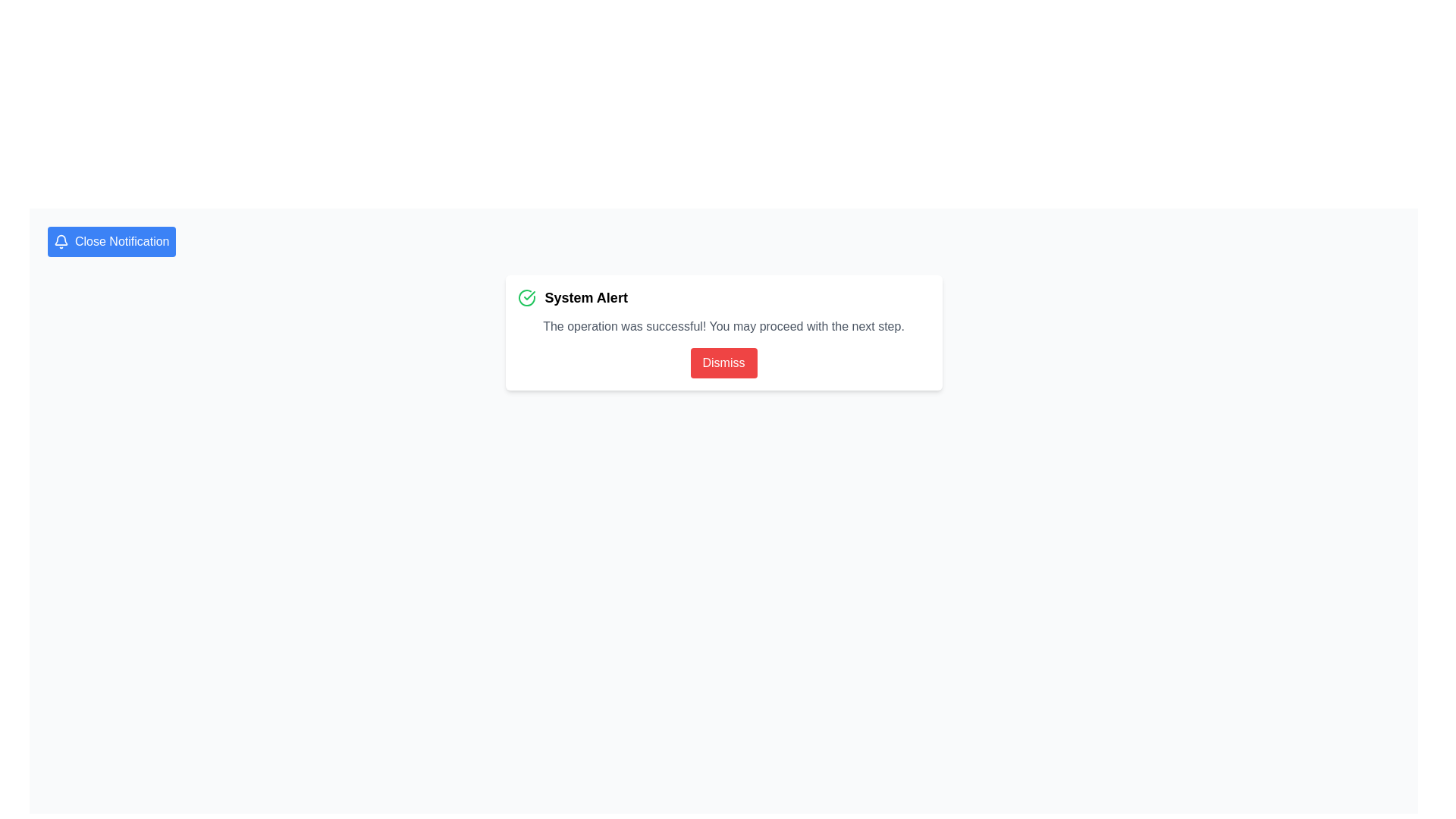 Image resolution: width=1456 pixels, height=819 pixels. What do you see at coordinates (529, 295) in the screenshot?
I see `the check mark icon that symbolizes the successful completion of an operation, located to the left of the 'System Alert' title within the notification card` at bounding box center [529, 295].